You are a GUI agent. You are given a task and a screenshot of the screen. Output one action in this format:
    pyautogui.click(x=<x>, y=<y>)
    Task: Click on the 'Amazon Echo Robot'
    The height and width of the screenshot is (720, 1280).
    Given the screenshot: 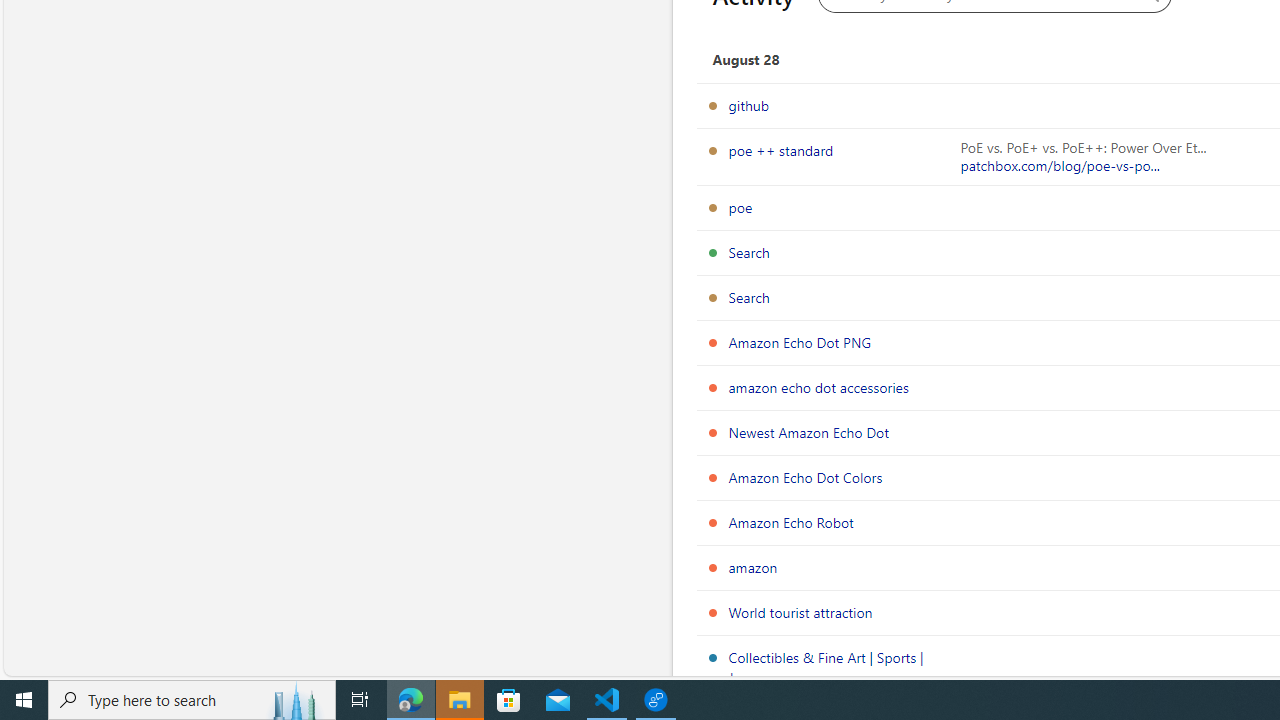 What is the action you would take?
    pyautogui.click(x=790, y=521)
    